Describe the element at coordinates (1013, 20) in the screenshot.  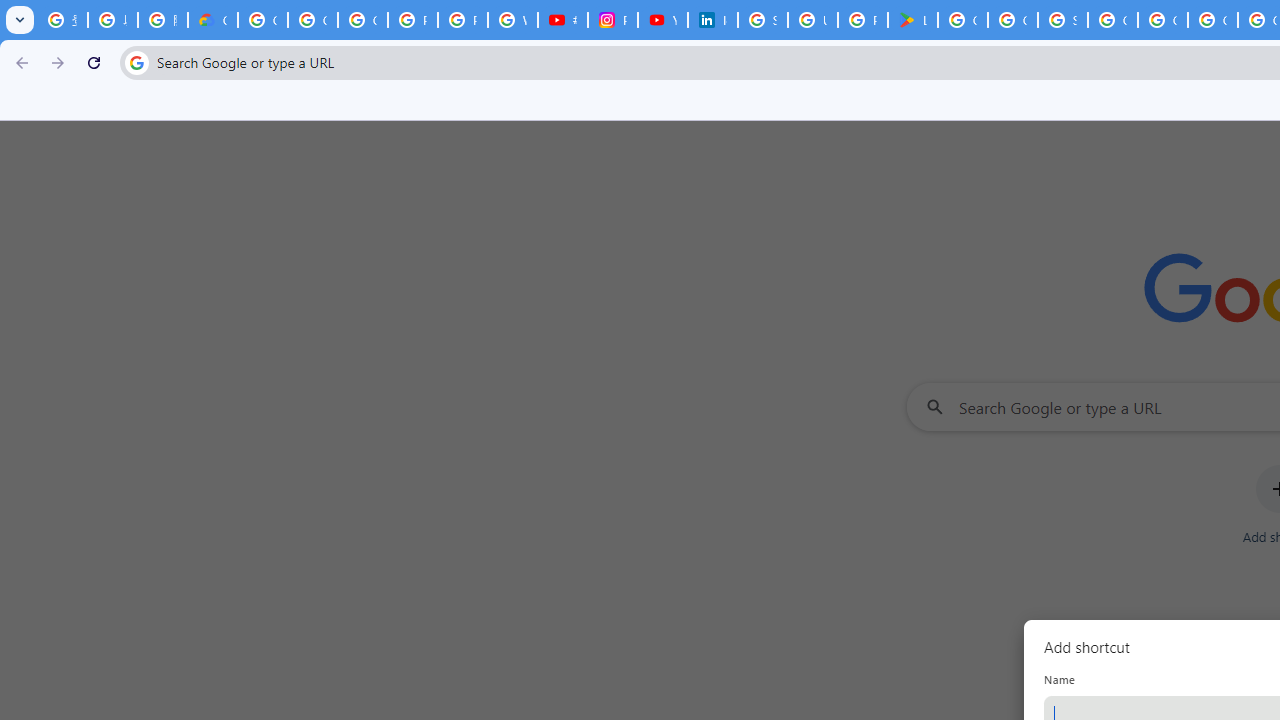
I see `'Google Workspace - Specific Terms'` at that location.